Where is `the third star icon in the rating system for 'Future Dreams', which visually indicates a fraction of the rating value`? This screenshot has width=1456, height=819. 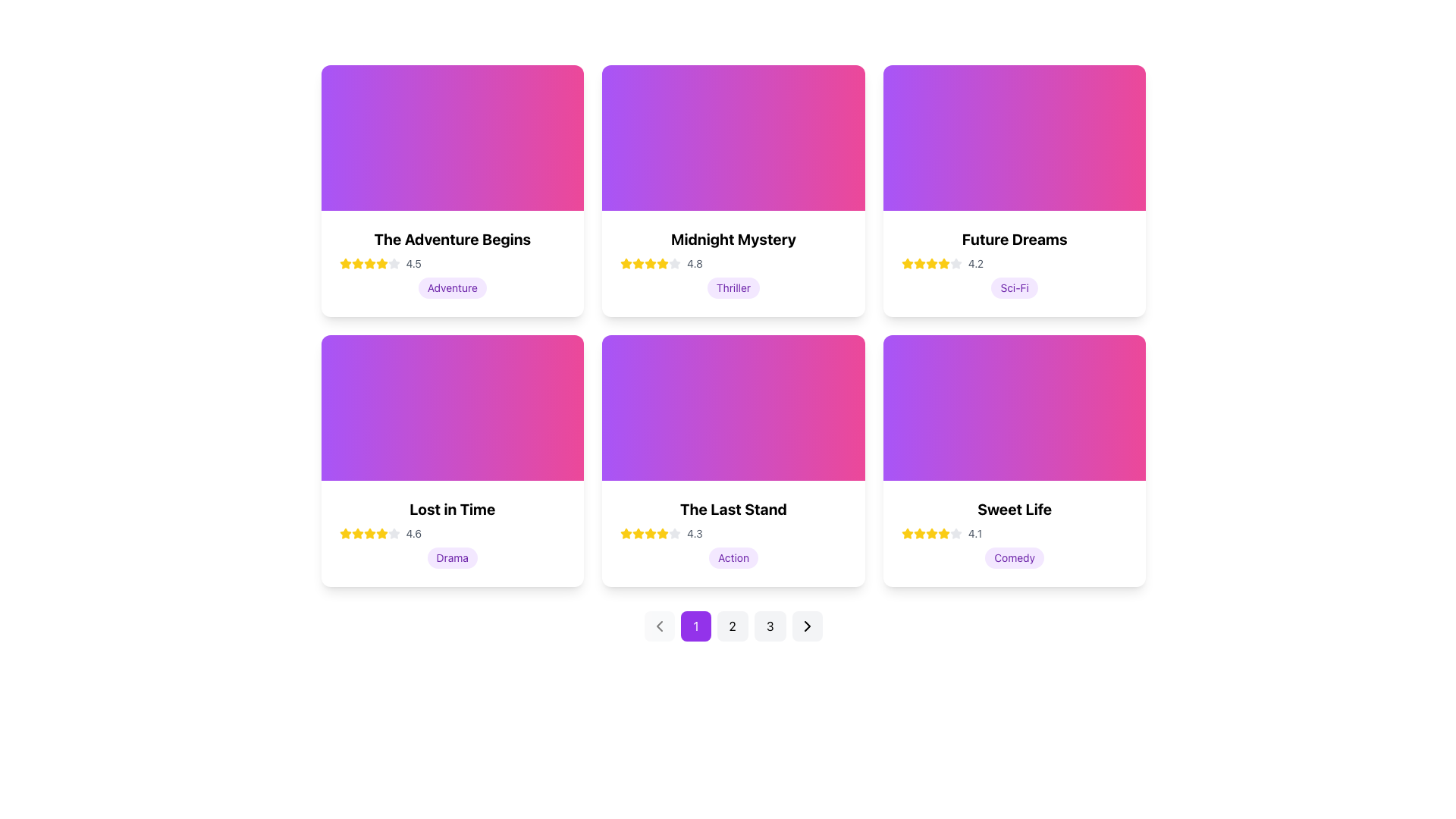
the third star icon in the rating system for 'Future Dreams', which visually indicates a fraction of the rating value is located at coordinates (943, 262).